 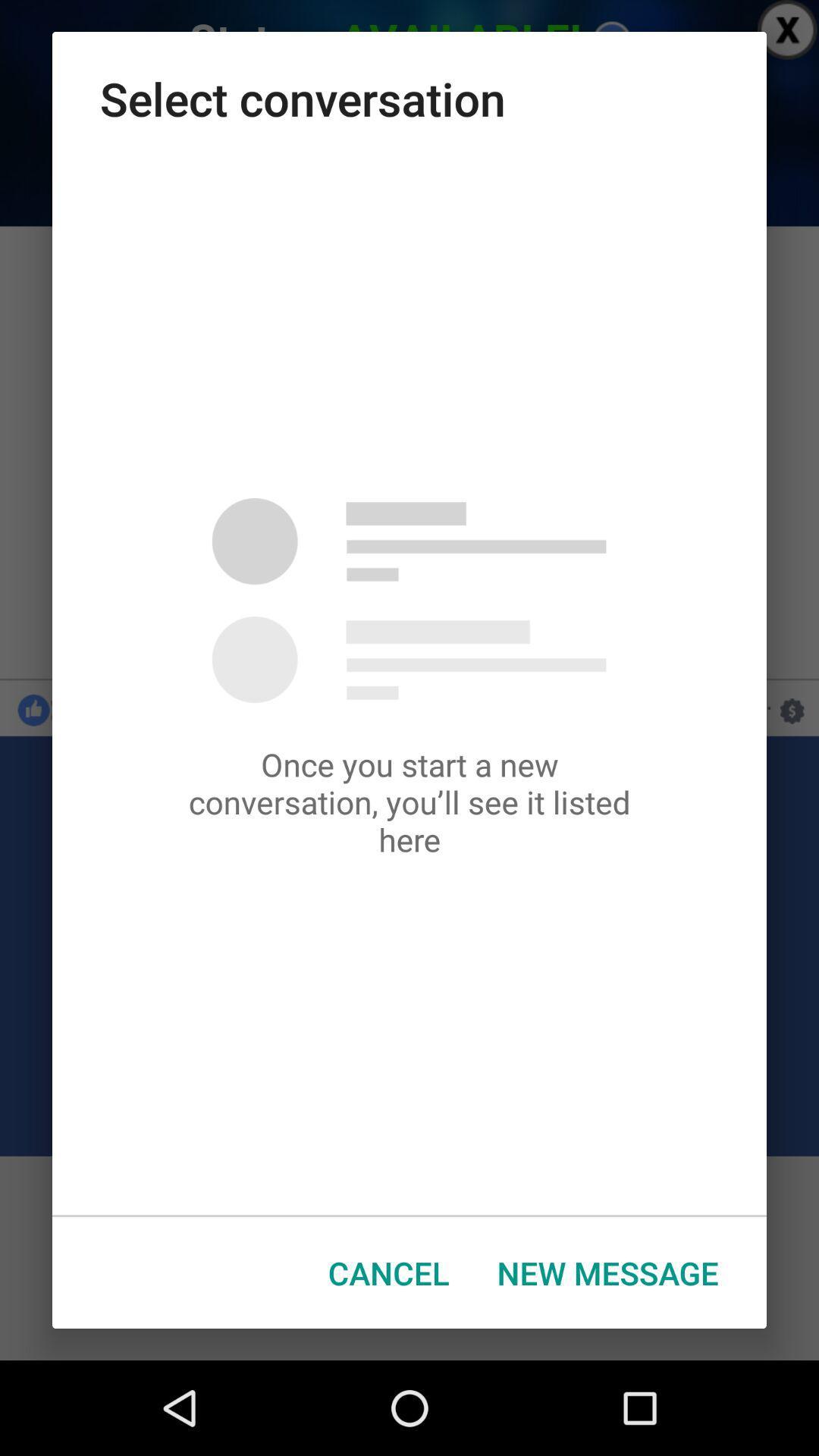 I want to click on item to the right of cancel item, so click(x=607, y=1272).